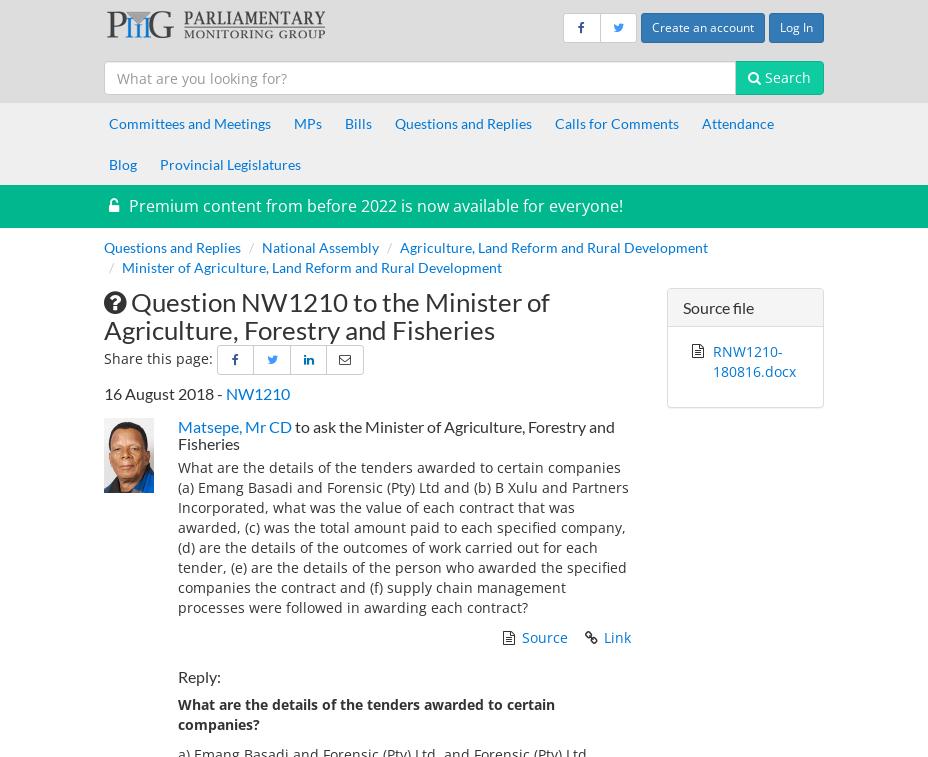  What do you see at coordinates (403, 536) in the screenshot?
I see `'What are the details of the tenders awarded to certain companies (a) Emang Basadi and Forensic (Pty) Ltd and (b) B Xulu and Partners Incorporated, what was the value of each contract that was awarded, (c) was the total amount paid to each specified company, (d) are the details of the outcomes of work carried out for each tender, (e) are the details of the person who awarded the specified companies the contract and (f) supply chain management processes were followed in awarding each contract?'` at bounding box center [403, 536].